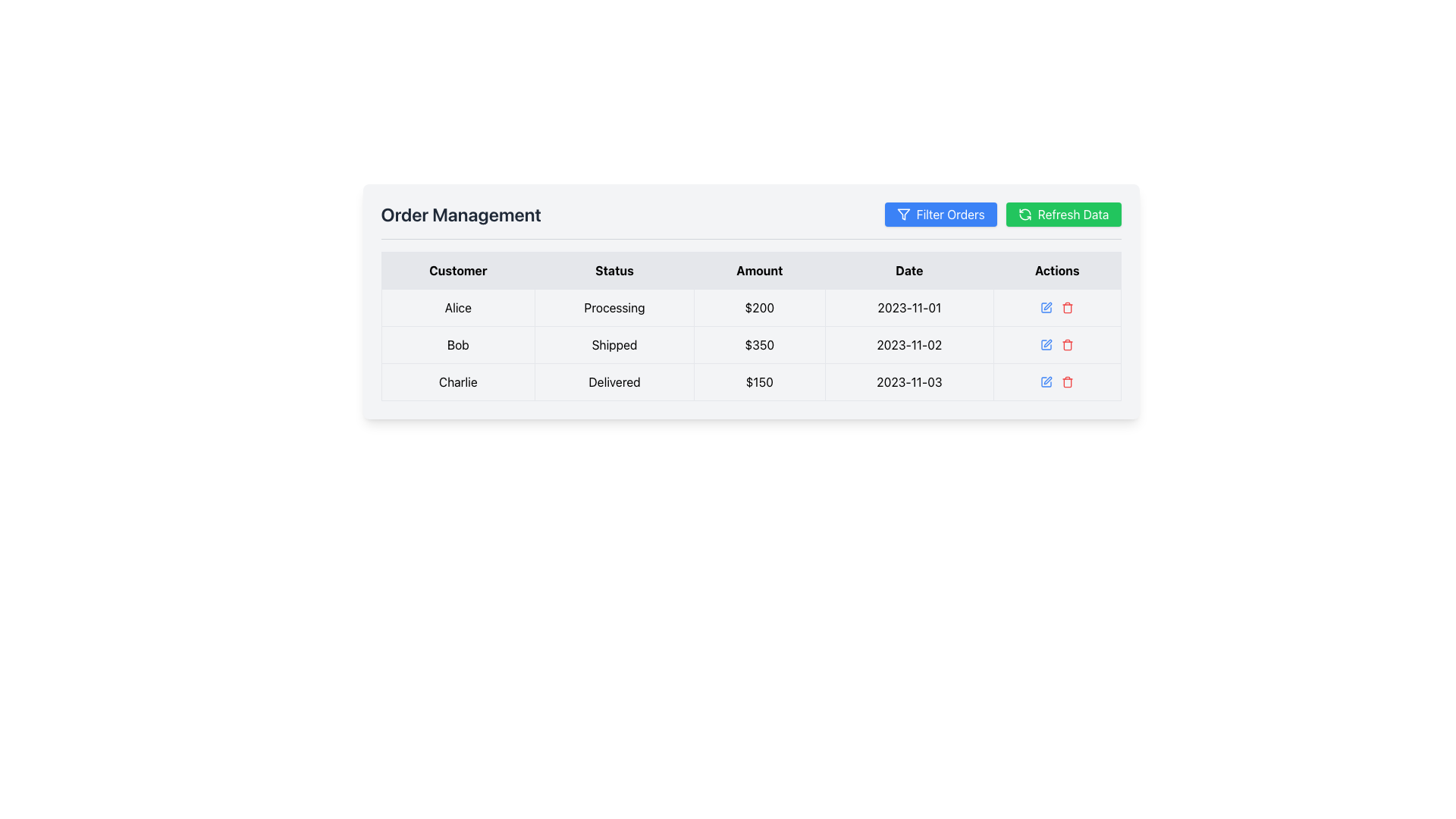  I want to click on the text label displaying 'Processing' in the second column of the first row under the 'Status' column corresponding to 'Alice', so click(614, 307).